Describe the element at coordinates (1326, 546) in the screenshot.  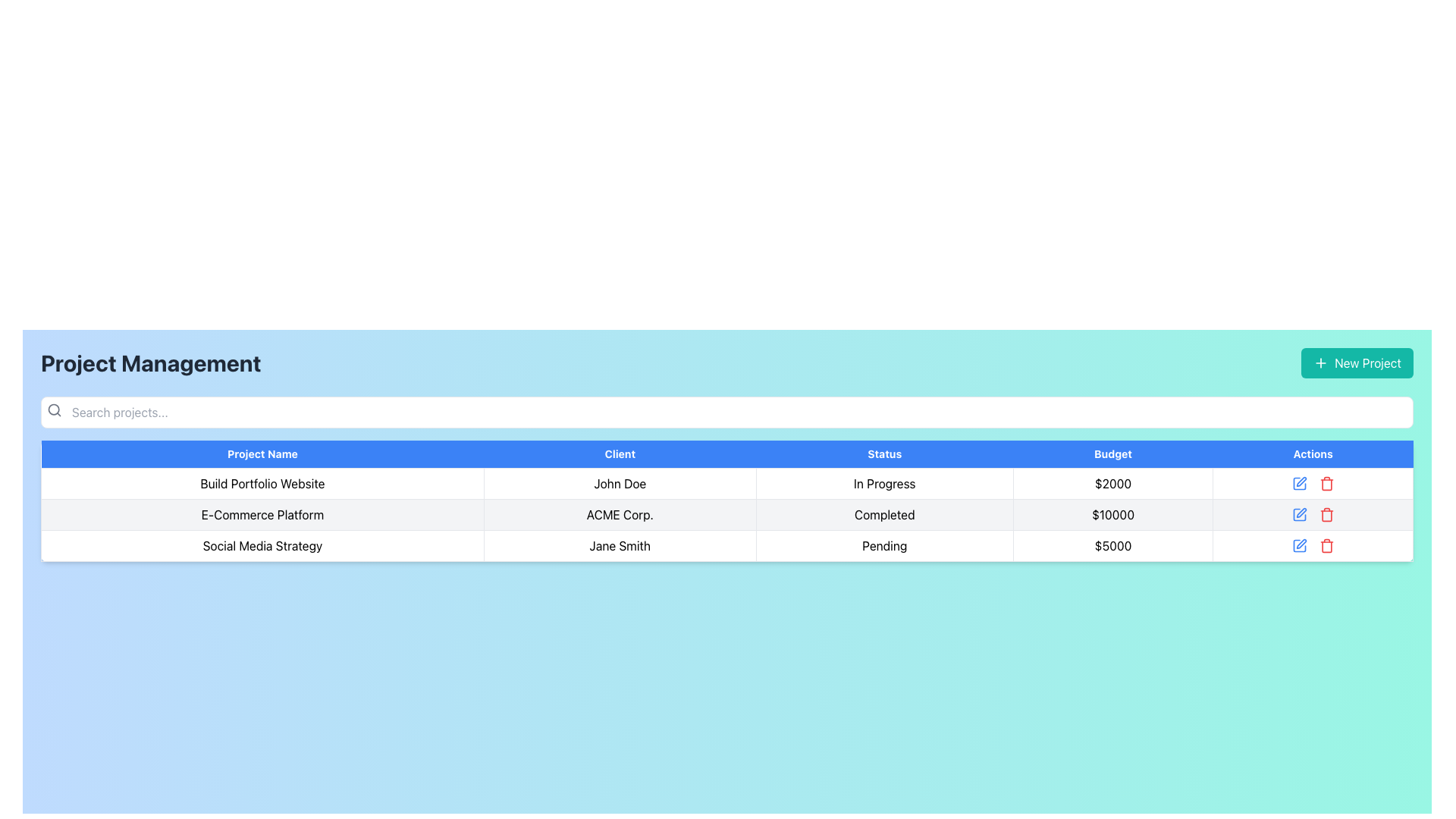
I see `the red trash can icon in the last row of the 'Actions' column` at that location.